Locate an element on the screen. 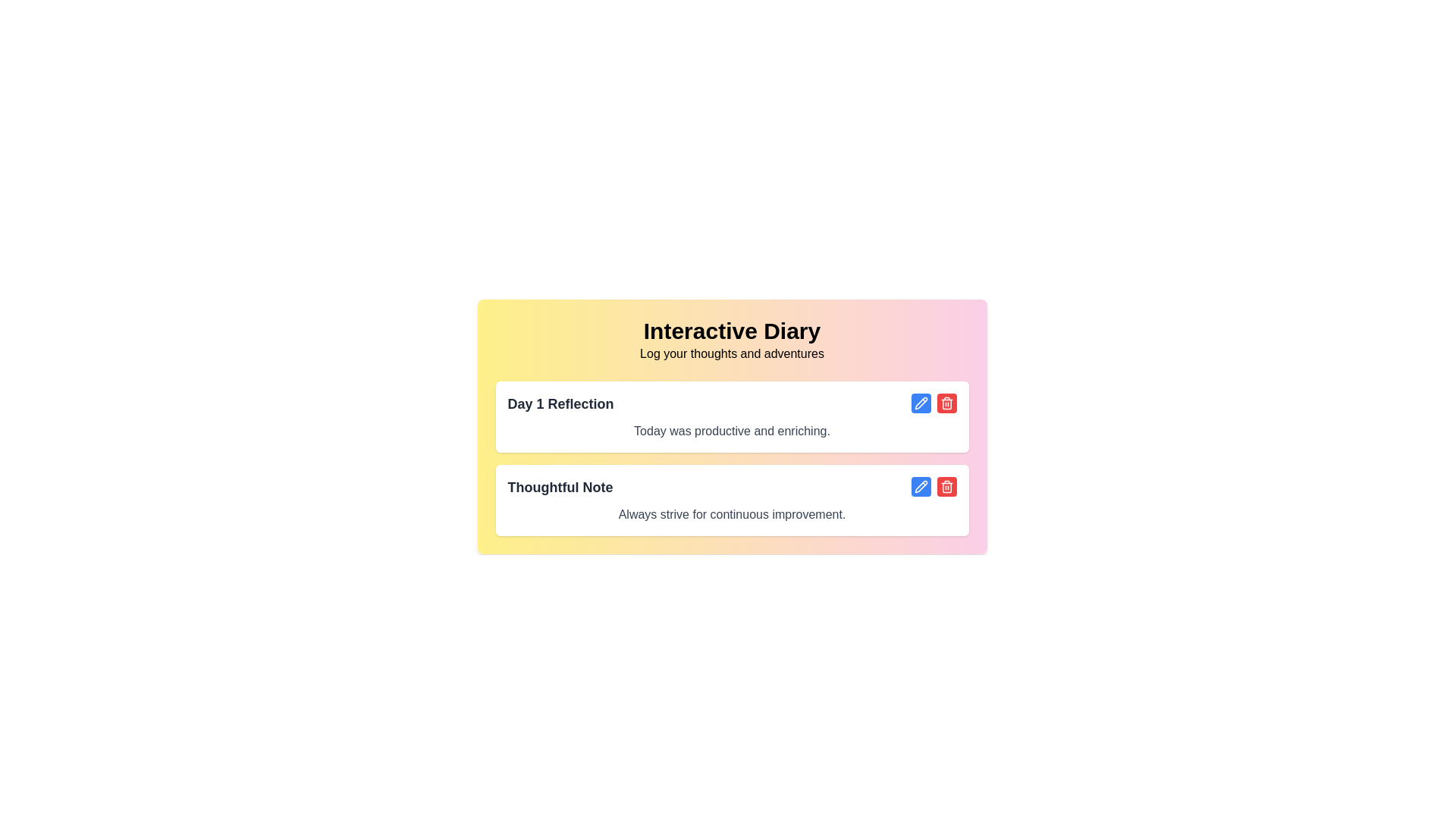  the blue button with a white pencil icon located in the 'Thoughtful Note' section is located at coordinates (920, 486).